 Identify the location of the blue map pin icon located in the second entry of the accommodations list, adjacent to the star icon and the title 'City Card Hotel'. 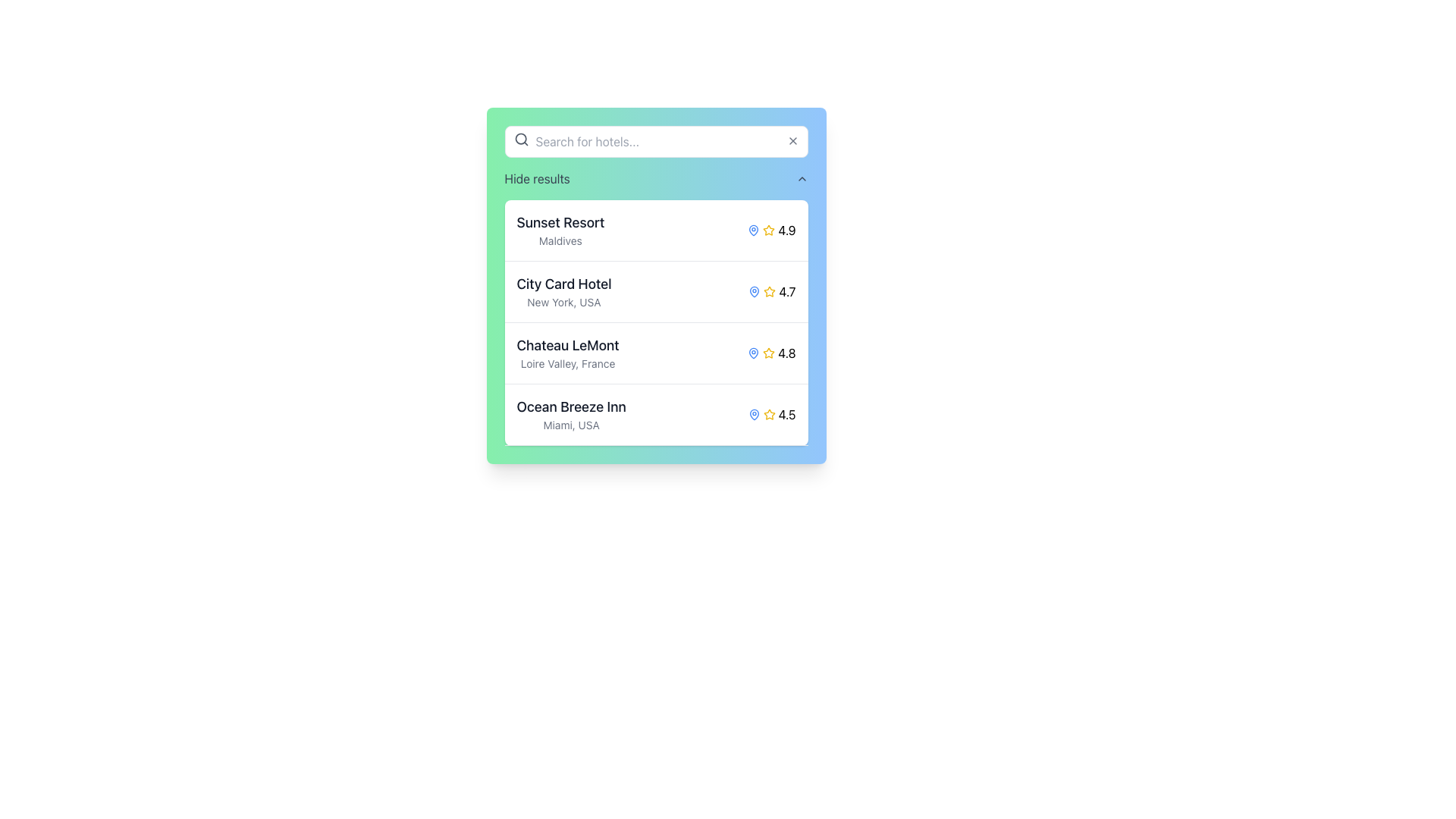
(755, 292).